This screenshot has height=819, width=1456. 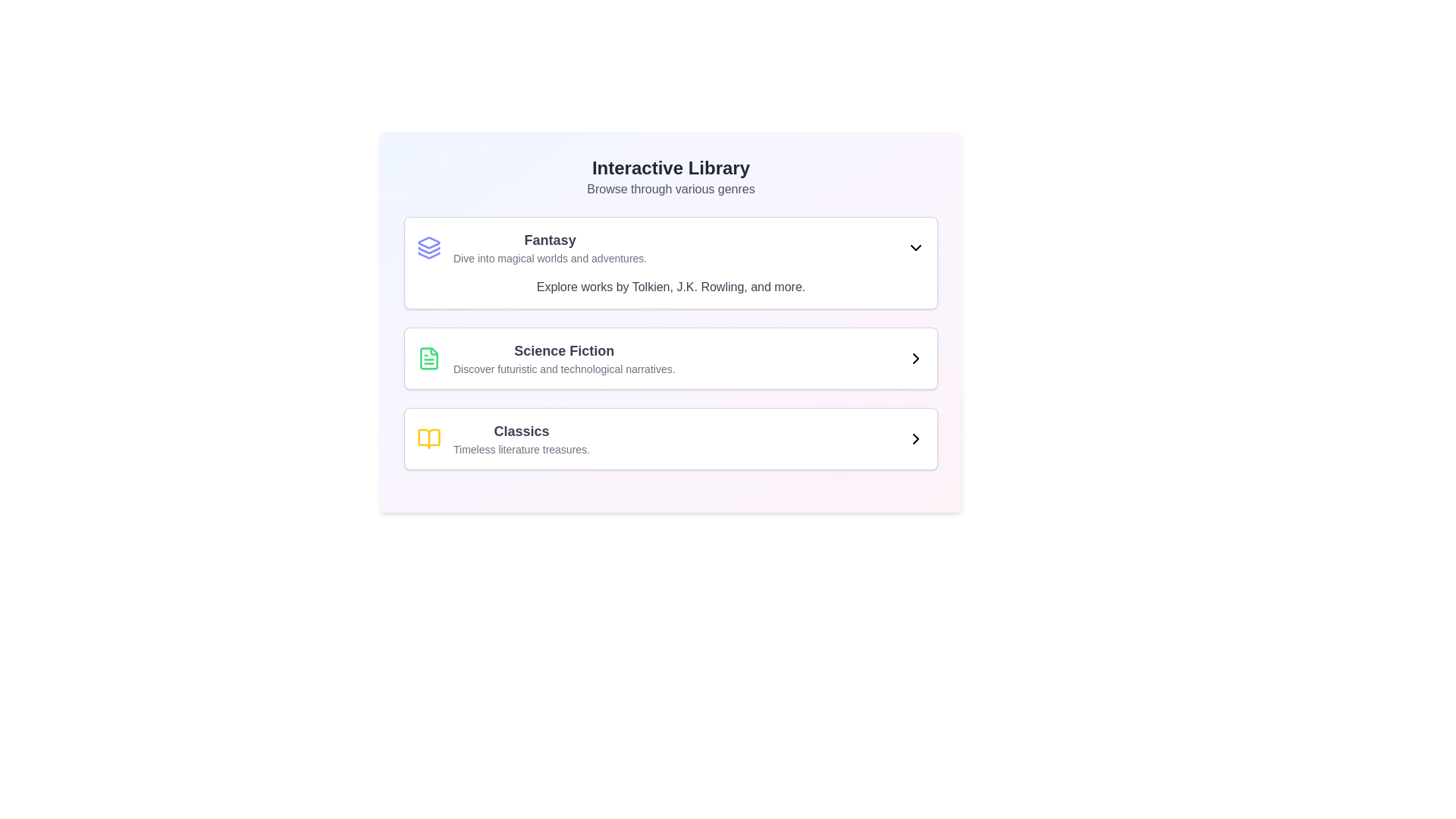 I want to click on the 'Fantasy' category icon located to the left of the text content, so click(x=428, y=247).